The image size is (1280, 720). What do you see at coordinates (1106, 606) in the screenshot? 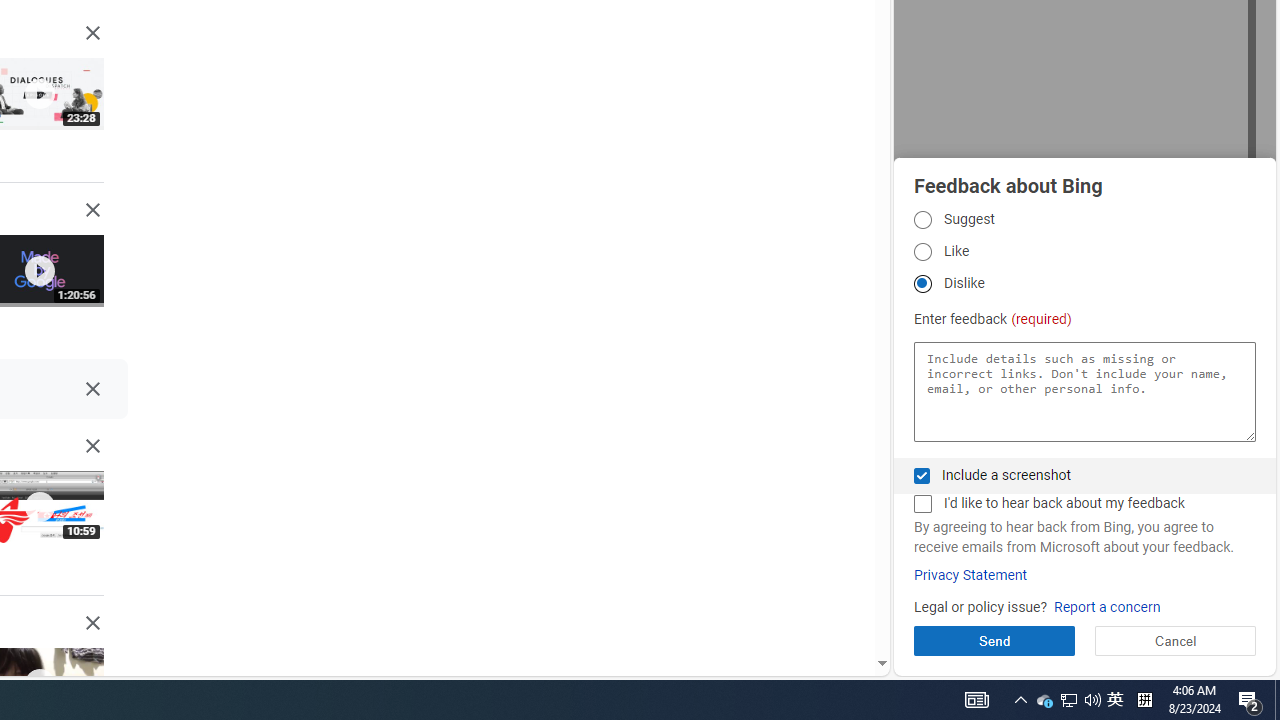
I see `'Report a concern'` at bounding box center [1106, 606].